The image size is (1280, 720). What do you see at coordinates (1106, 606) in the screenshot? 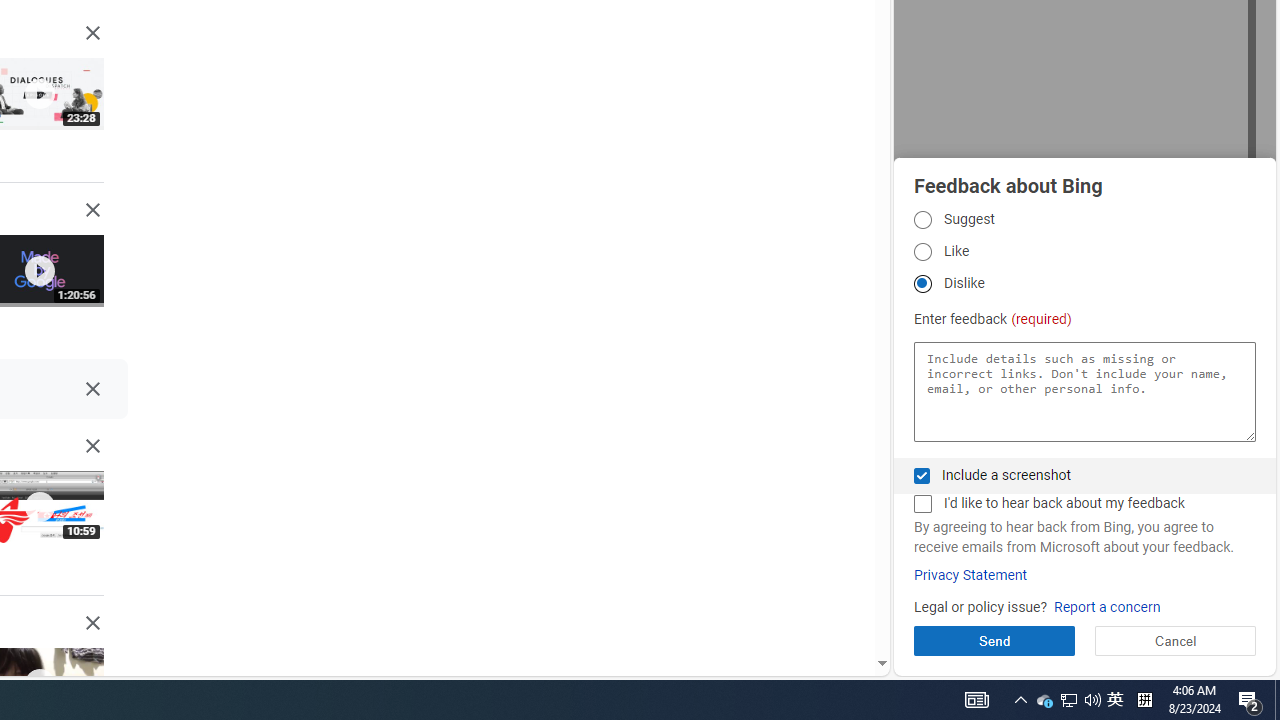
I see `'Report a concern'` at bounding box center [1106, 606].